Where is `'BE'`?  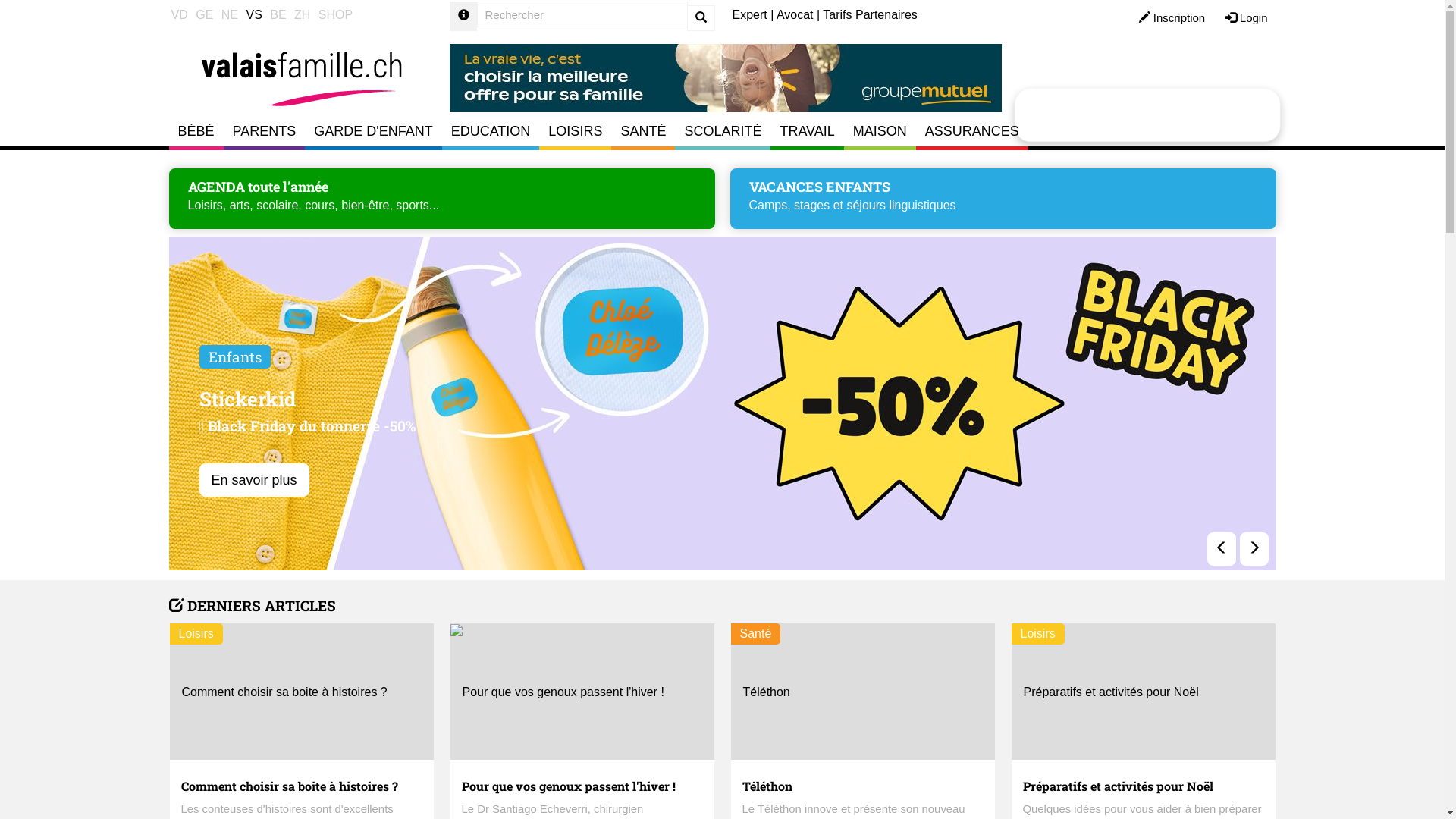
'BE' is located at coordinates (278, 15).